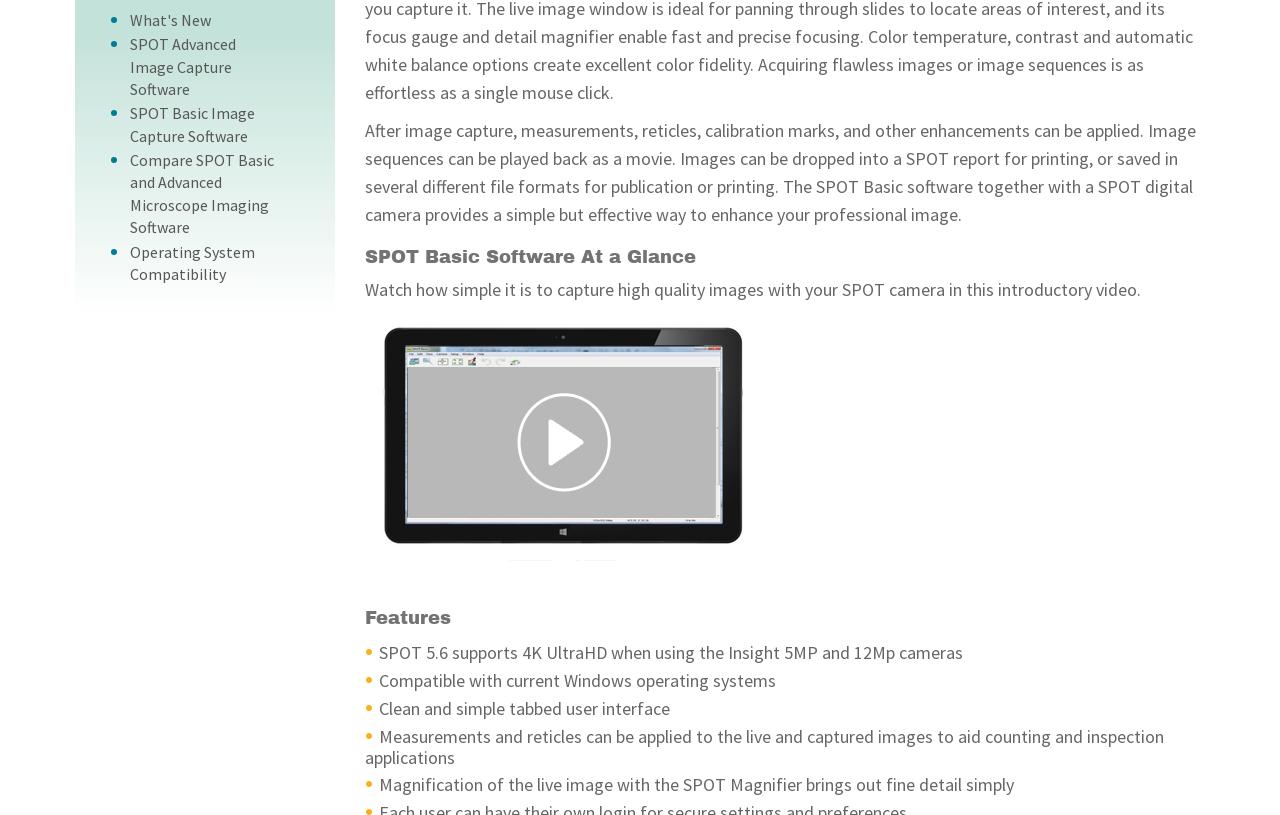 The width and height of the screenshot is (1280, 815). I want to click on 'Watch how simple it is to capture high quality images with your SPOT camera in this introductory video.', so click(365, 287).